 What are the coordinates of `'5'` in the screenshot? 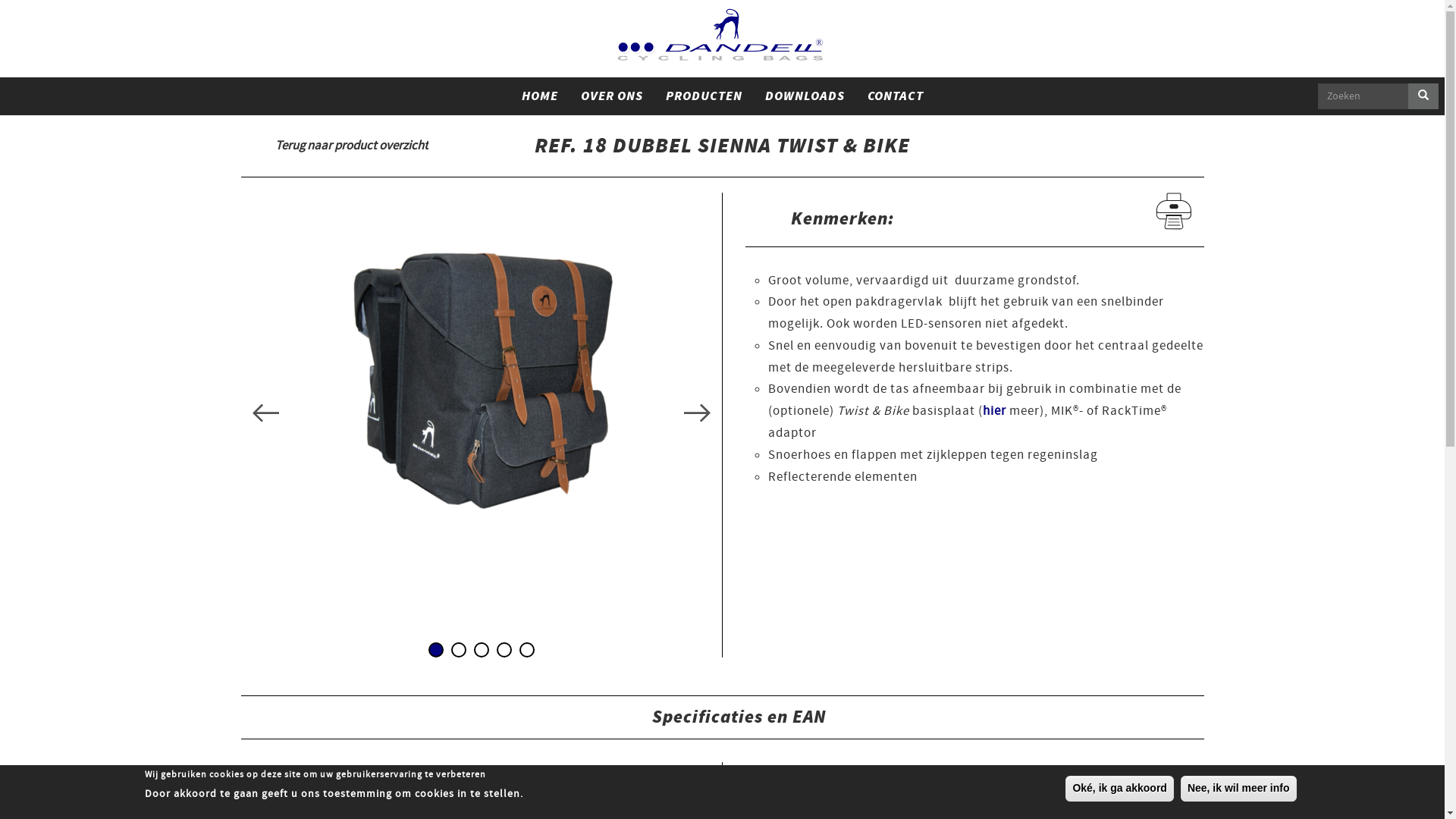 It's located at (526, 648).